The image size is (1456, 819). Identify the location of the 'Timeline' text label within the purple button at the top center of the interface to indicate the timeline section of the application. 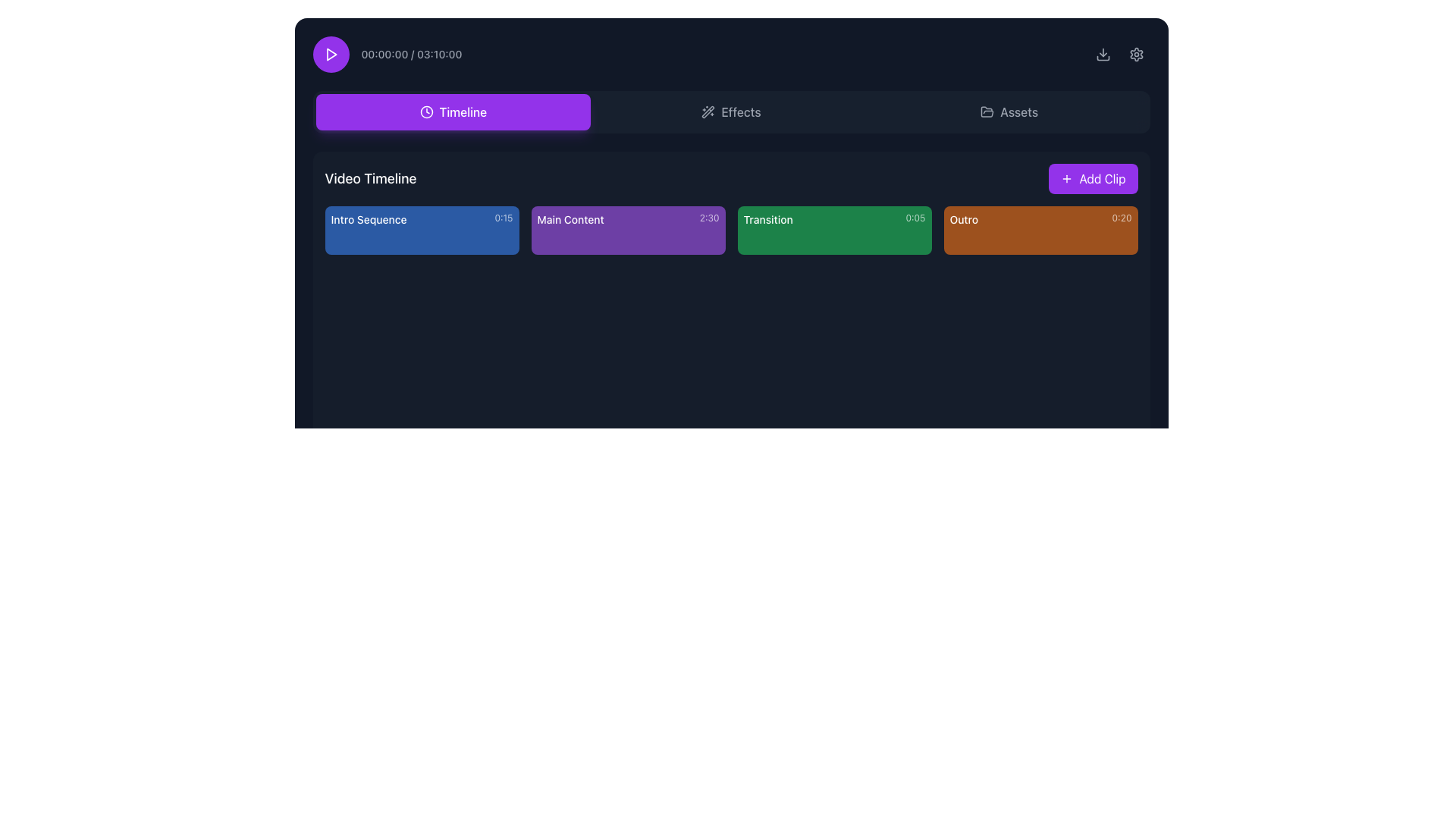
(462, 111).